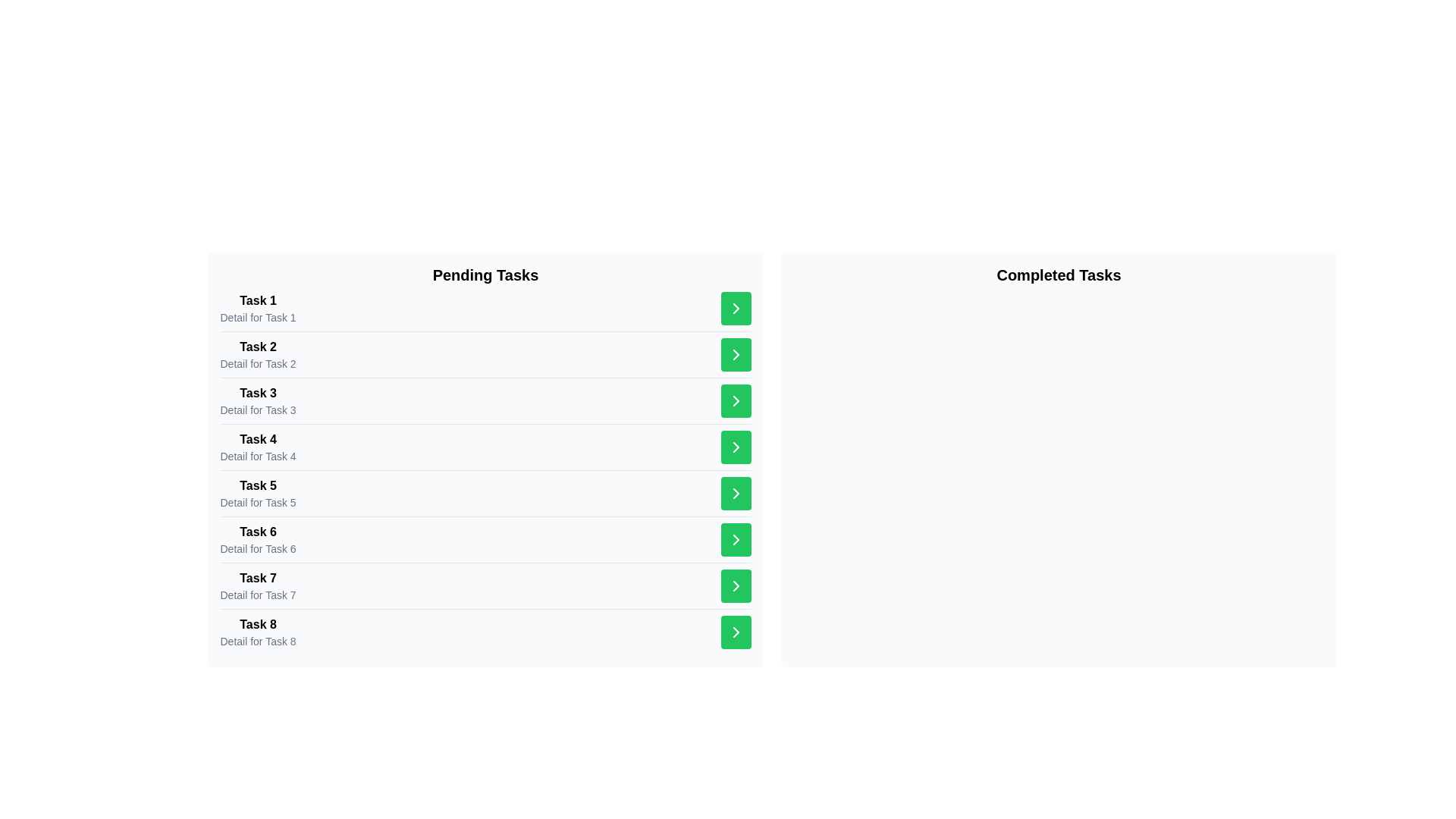  What do you see at coordinates (258, 532) in the screenshot?
I see `text label indicating the title of the task, which is the sixth entry in the 'Pending Tasks' section, located to the left of the green icon and above 'Detail for Task 6.'` at bounding box center [258, 532].